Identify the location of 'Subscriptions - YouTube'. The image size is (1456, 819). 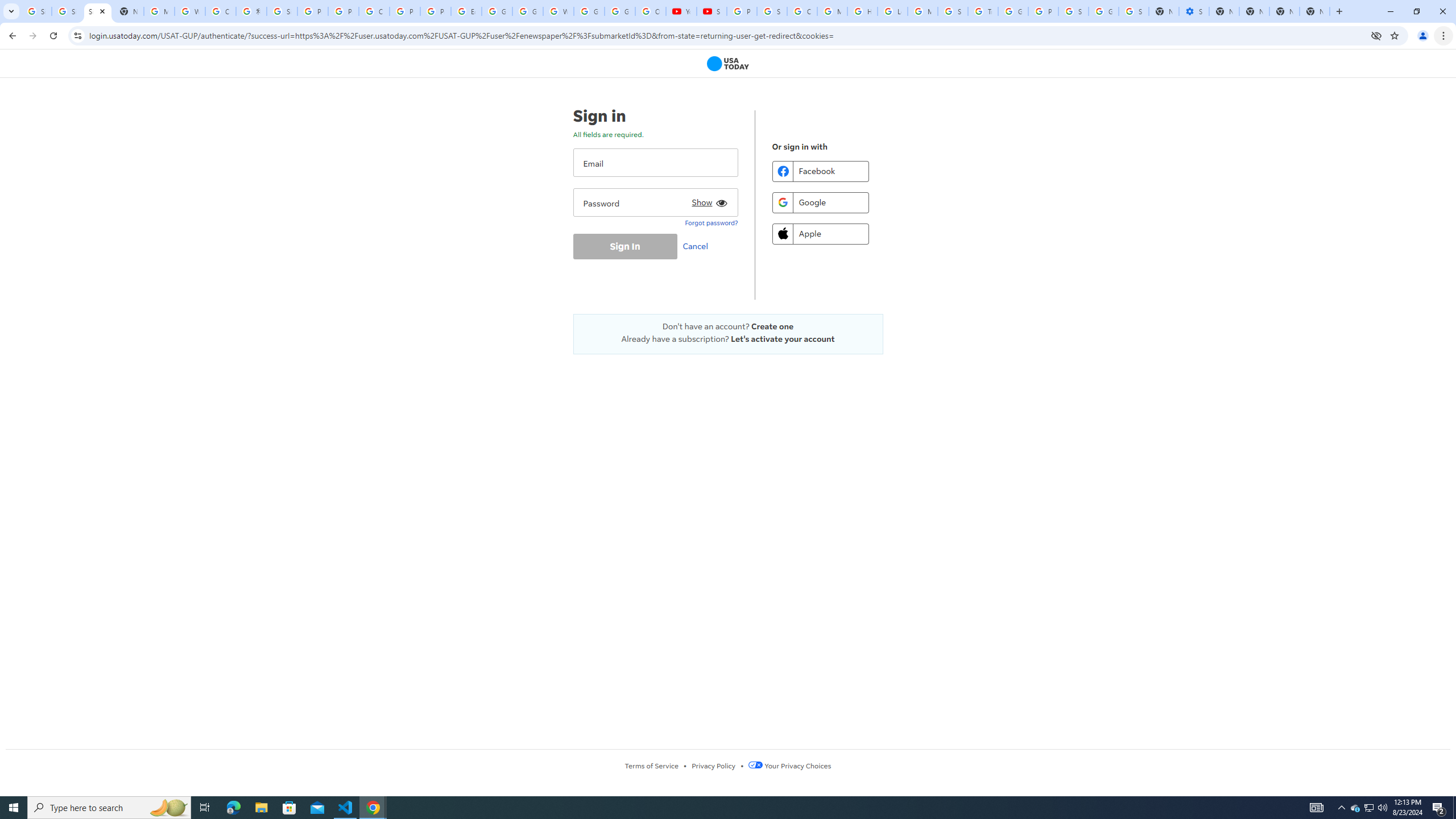
(712, 11).